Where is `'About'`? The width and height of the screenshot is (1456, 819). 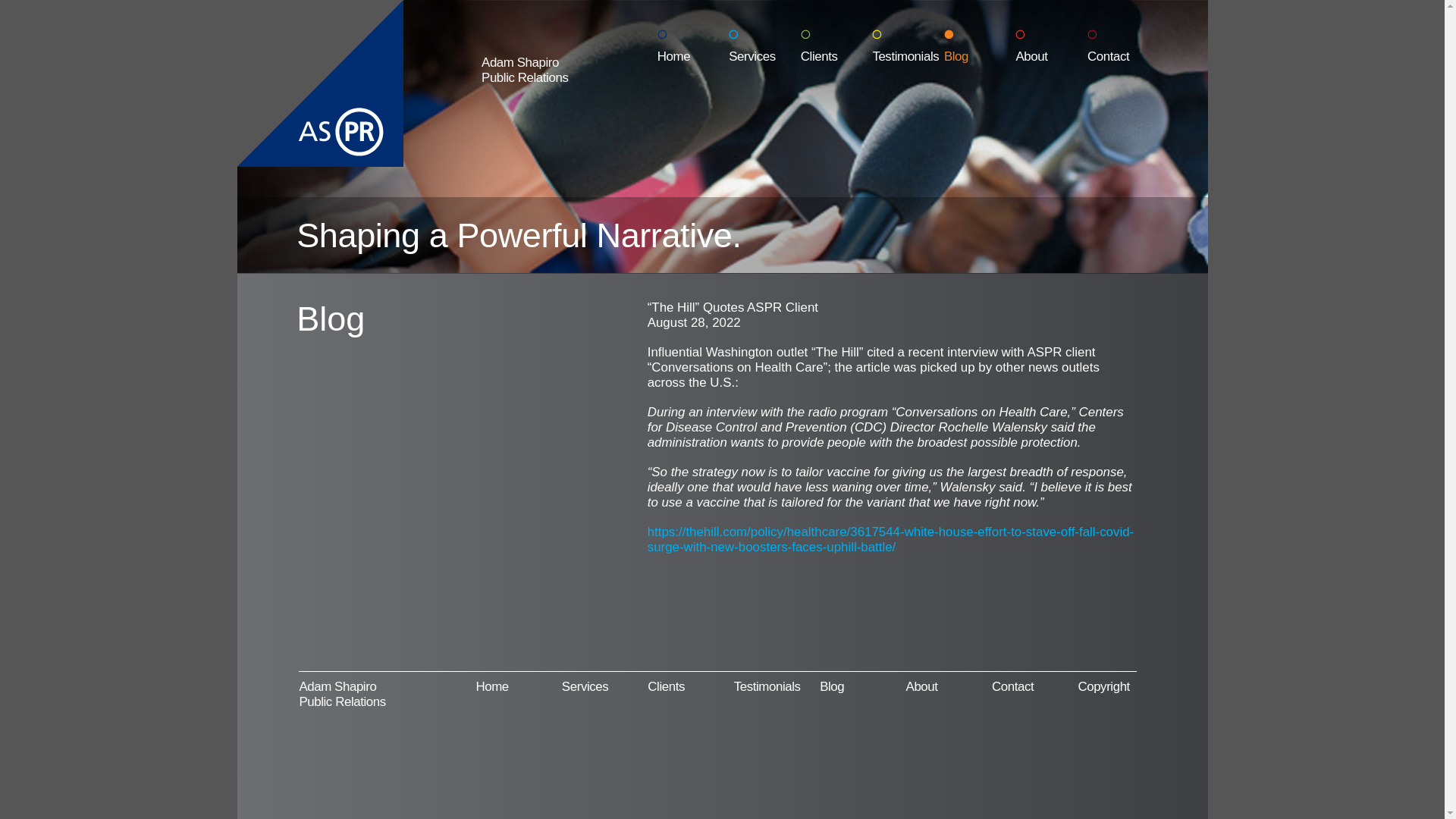 'About' is located at coordinates (1050, 45).